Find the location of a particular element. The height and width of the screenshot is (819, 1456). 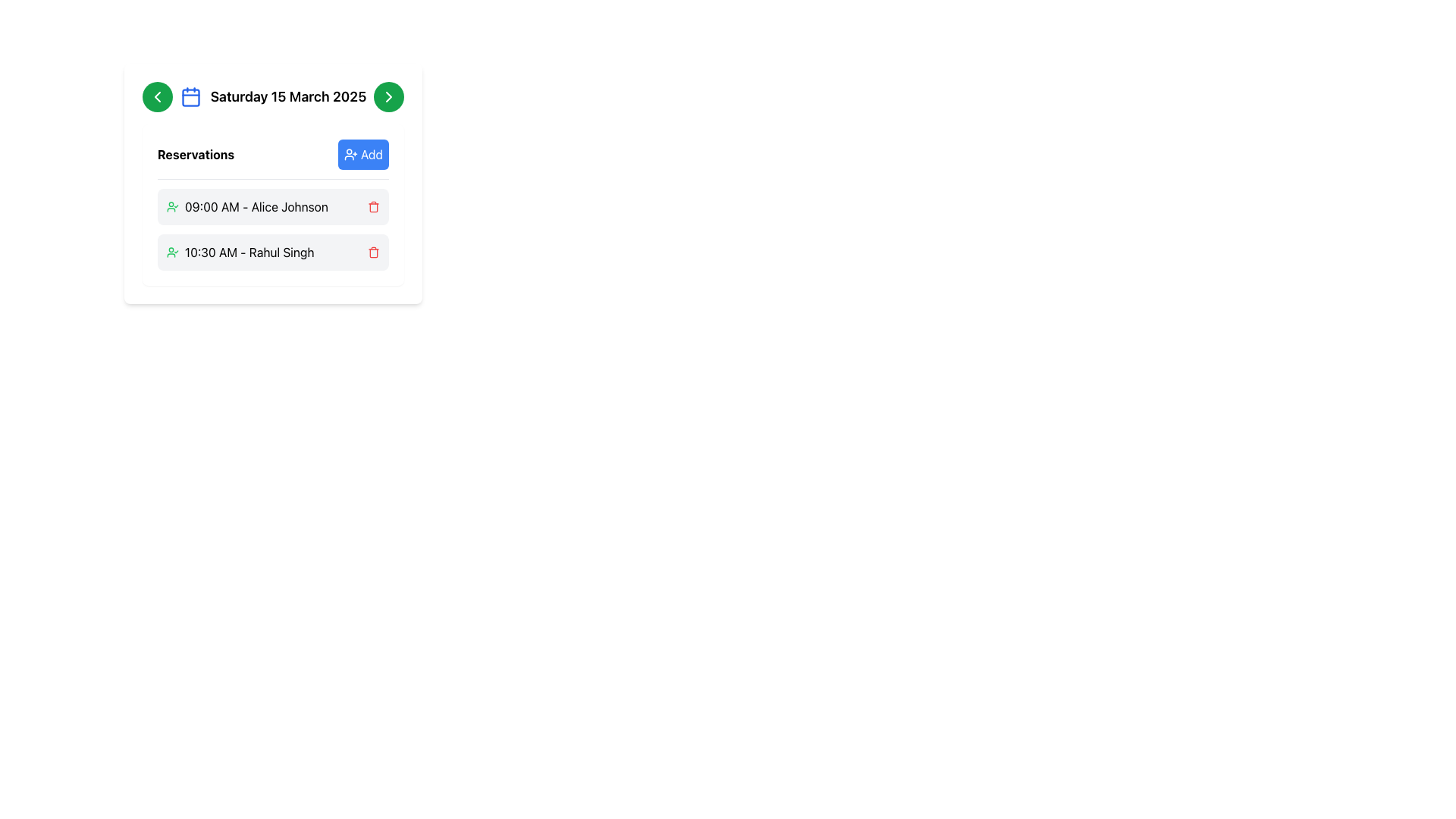

the second text label in the reservation details list that displays the reservation time and associated name, located below the '09:00 AM - Alice Johnson' entry is located at coordinates (249, 251).